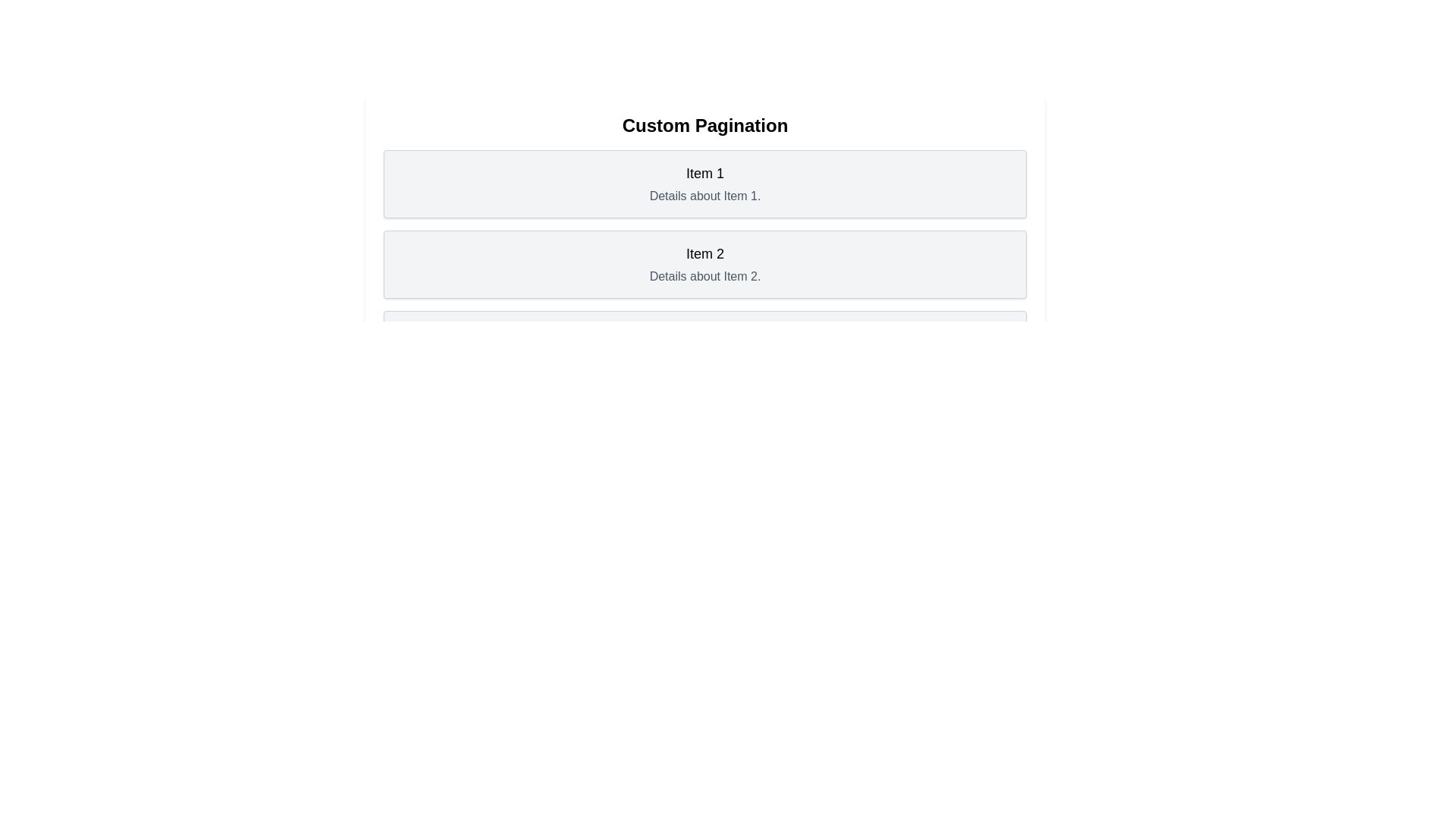 The height and width of the screenshot is (819, 1456). Describe the element at coordinates (704, 277) in the screenshot. I see `the static text element stating 'Details about Item 2.' located below the title 'Item 2' in the vertical list of items` at that location.